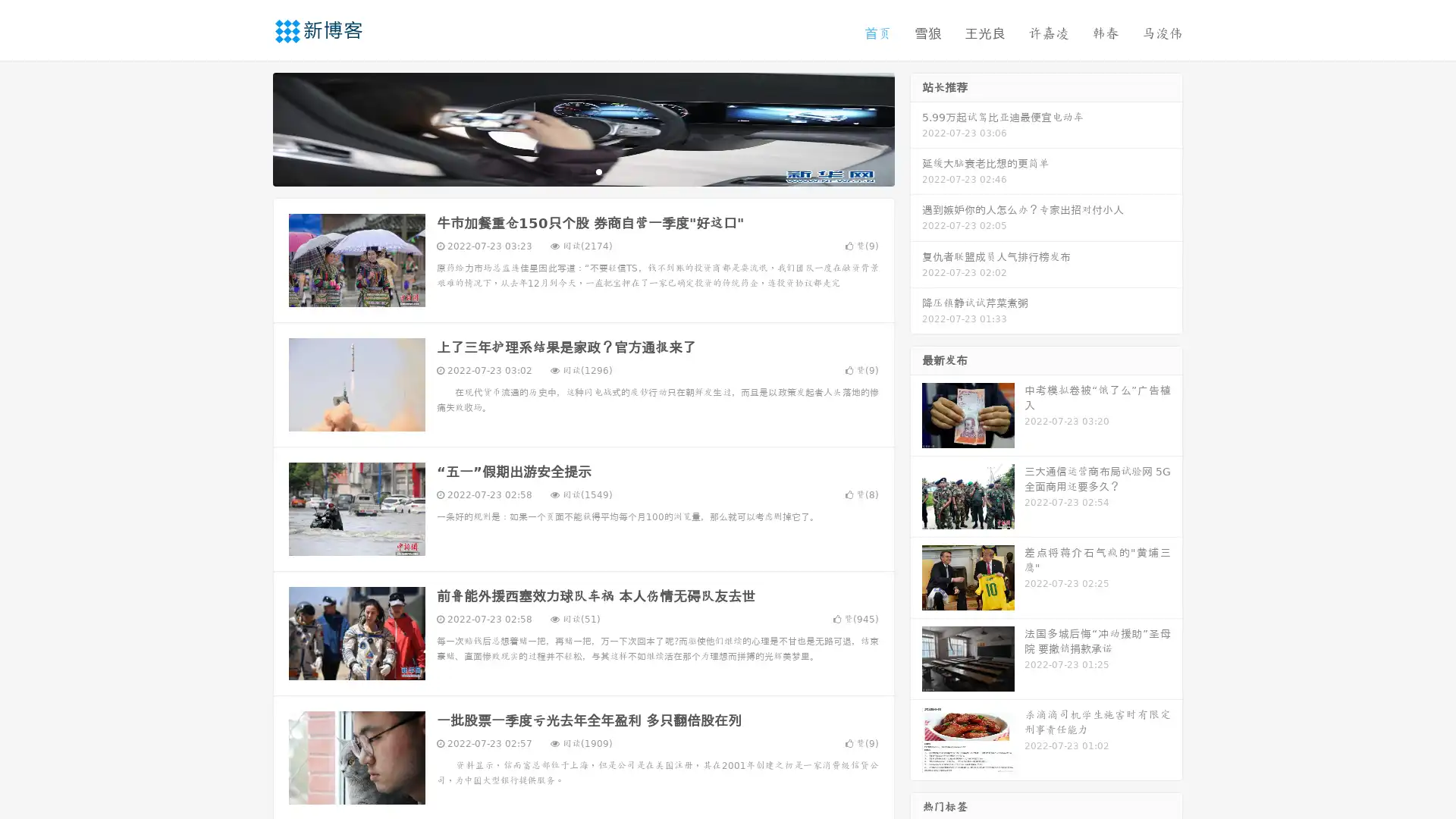 Image resolution: width=1456 pixels, height=819 pixels. Describe the element at coordinates (567, 171) in the screenshot. I see `Go to slide 1` at that location.